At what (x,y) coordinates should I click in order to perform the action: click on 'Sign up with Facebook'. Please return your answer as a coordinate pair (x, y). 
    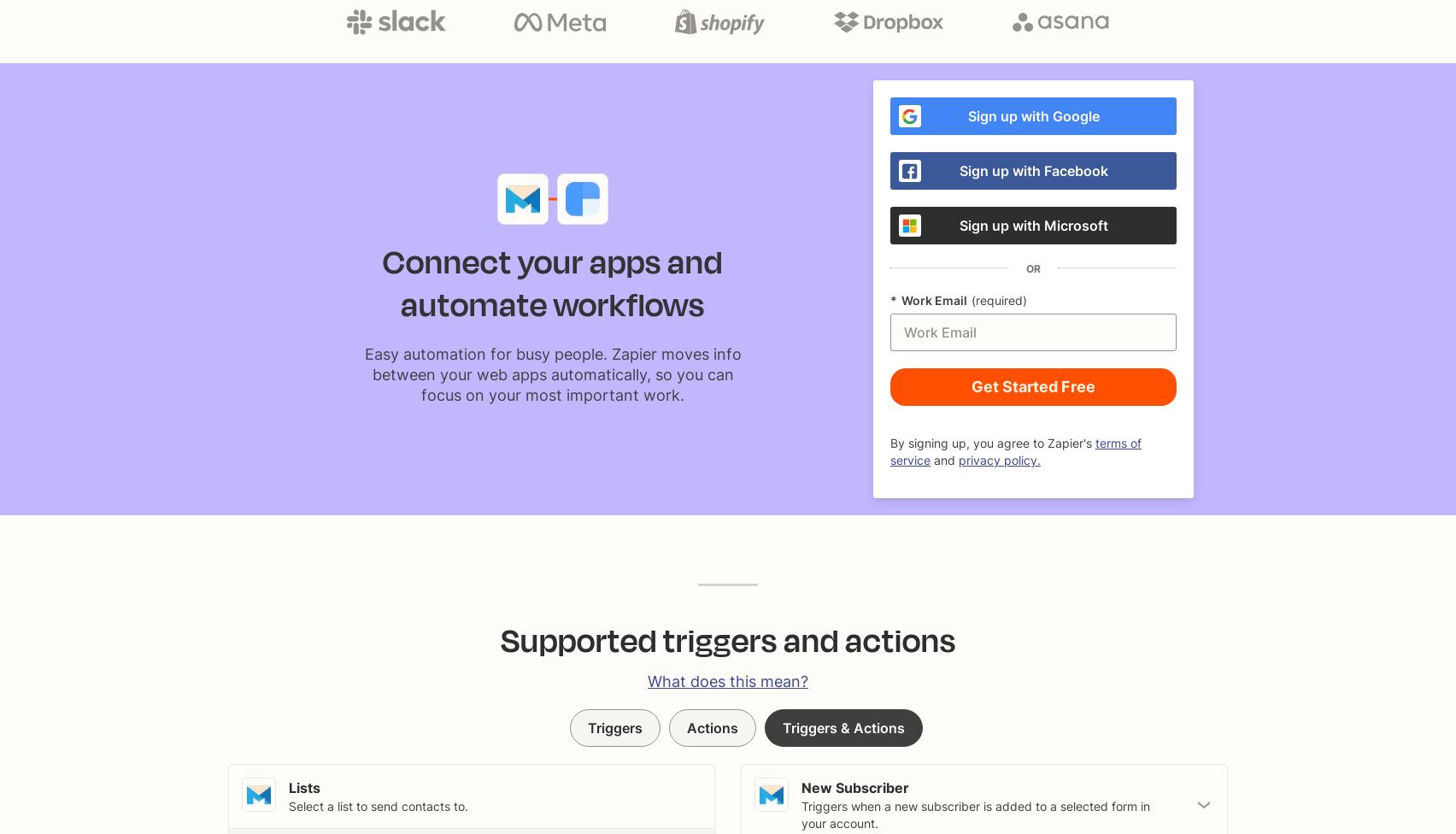
    Looking at the image, I should click on (958, 169).